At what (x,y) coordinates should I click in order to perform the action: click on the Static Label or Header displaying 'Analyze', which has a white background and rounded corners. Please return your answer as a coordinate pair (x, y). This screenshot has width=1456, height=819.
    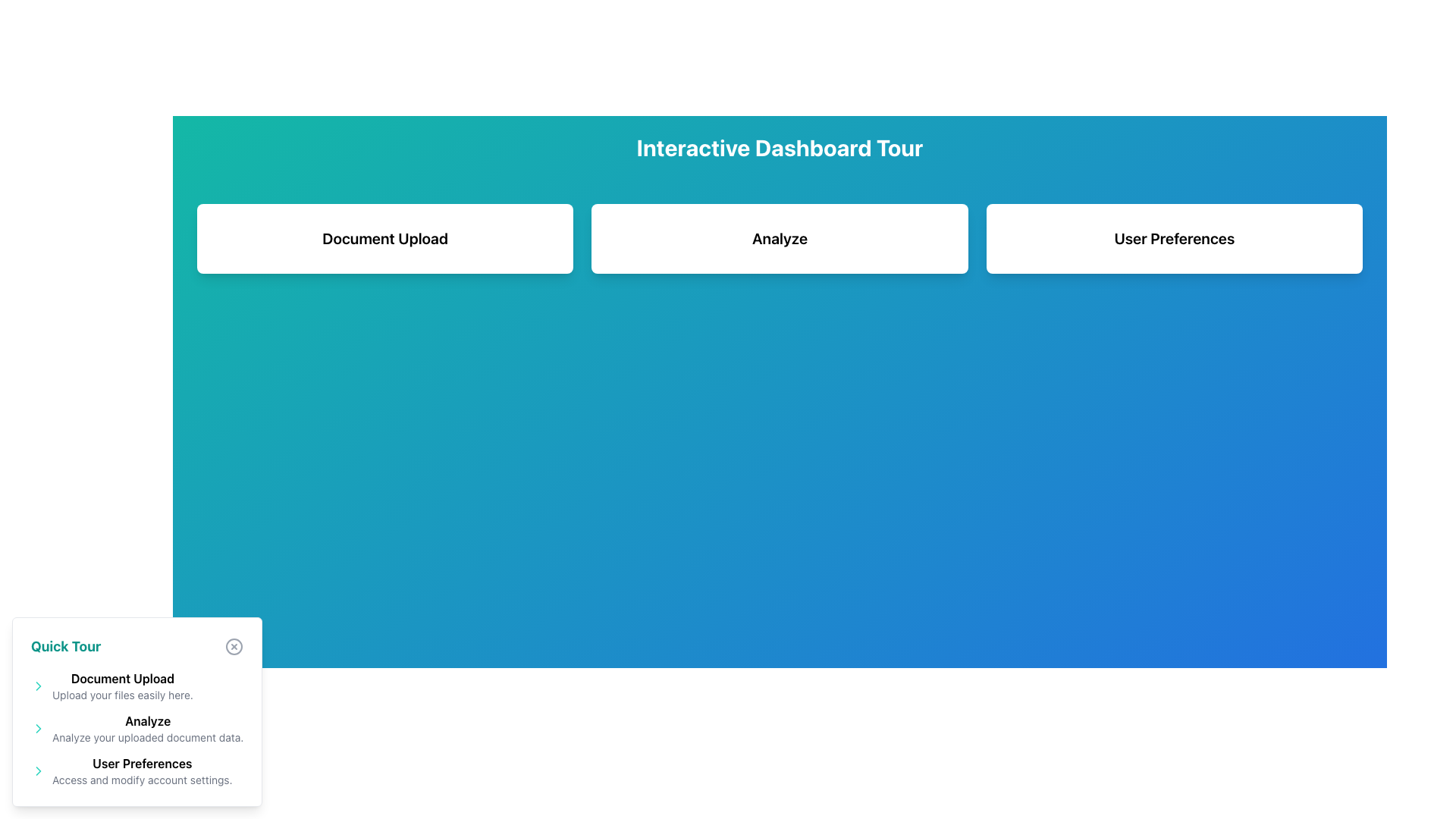
    Looking at the image, I should click on (780, 239).